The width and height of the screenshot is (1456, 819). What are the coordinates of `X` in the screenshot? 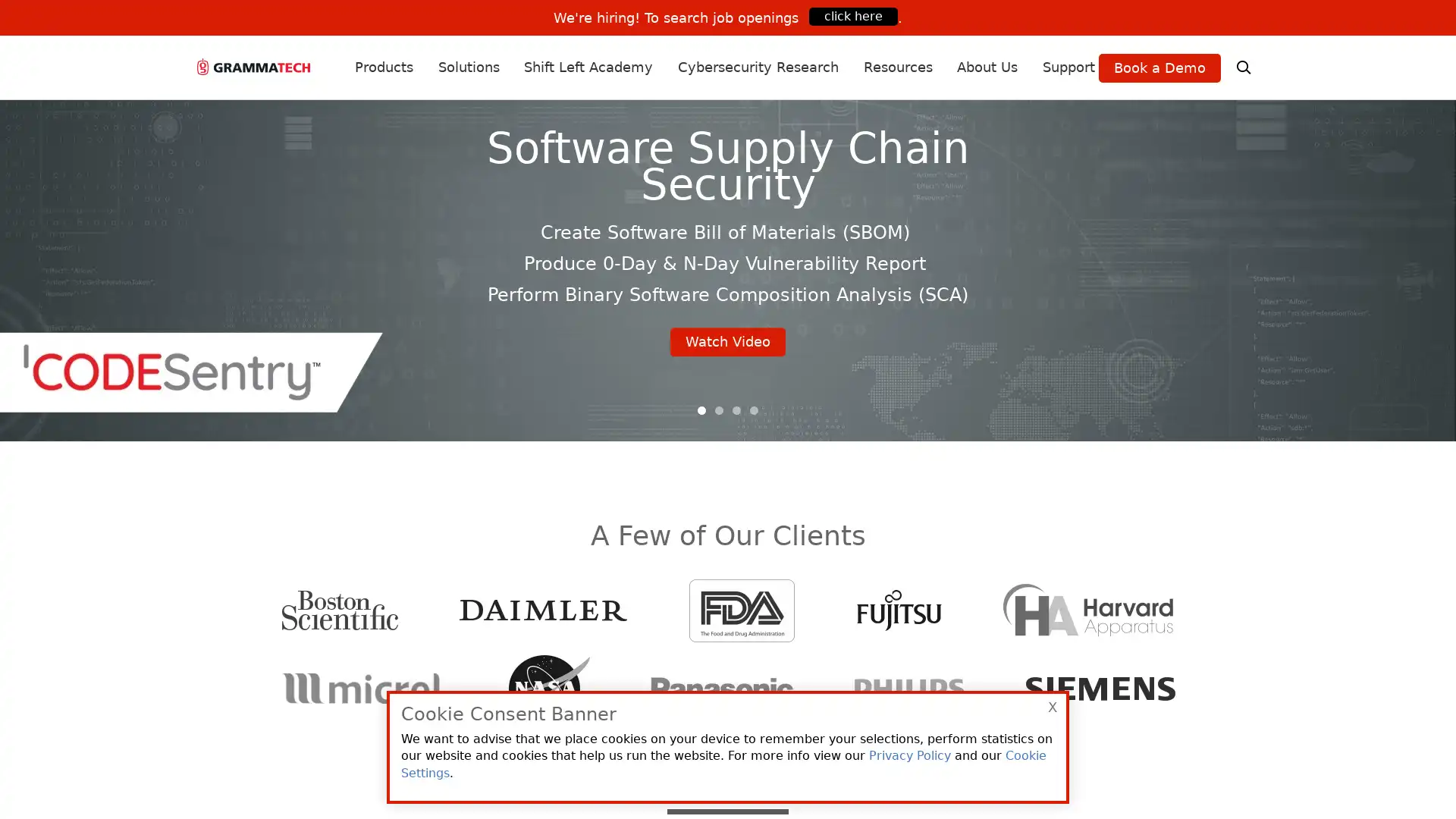 It's located at (1051, 706).